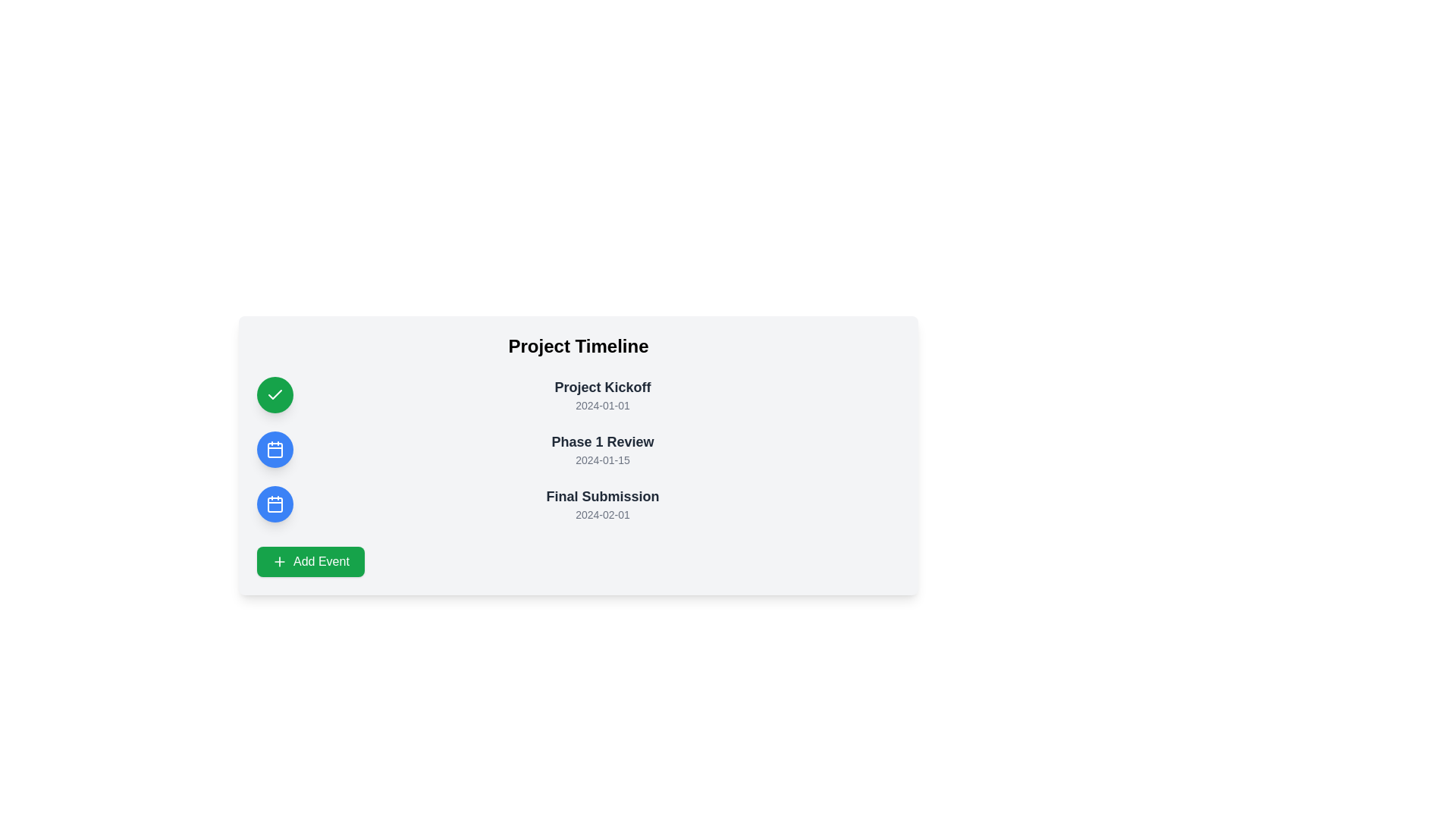  Describe the element at coordinates (275, 504) in the screenshot. I see `the third calendar icon in the vertical sequence of icons on the left side of the content panel` at that location.